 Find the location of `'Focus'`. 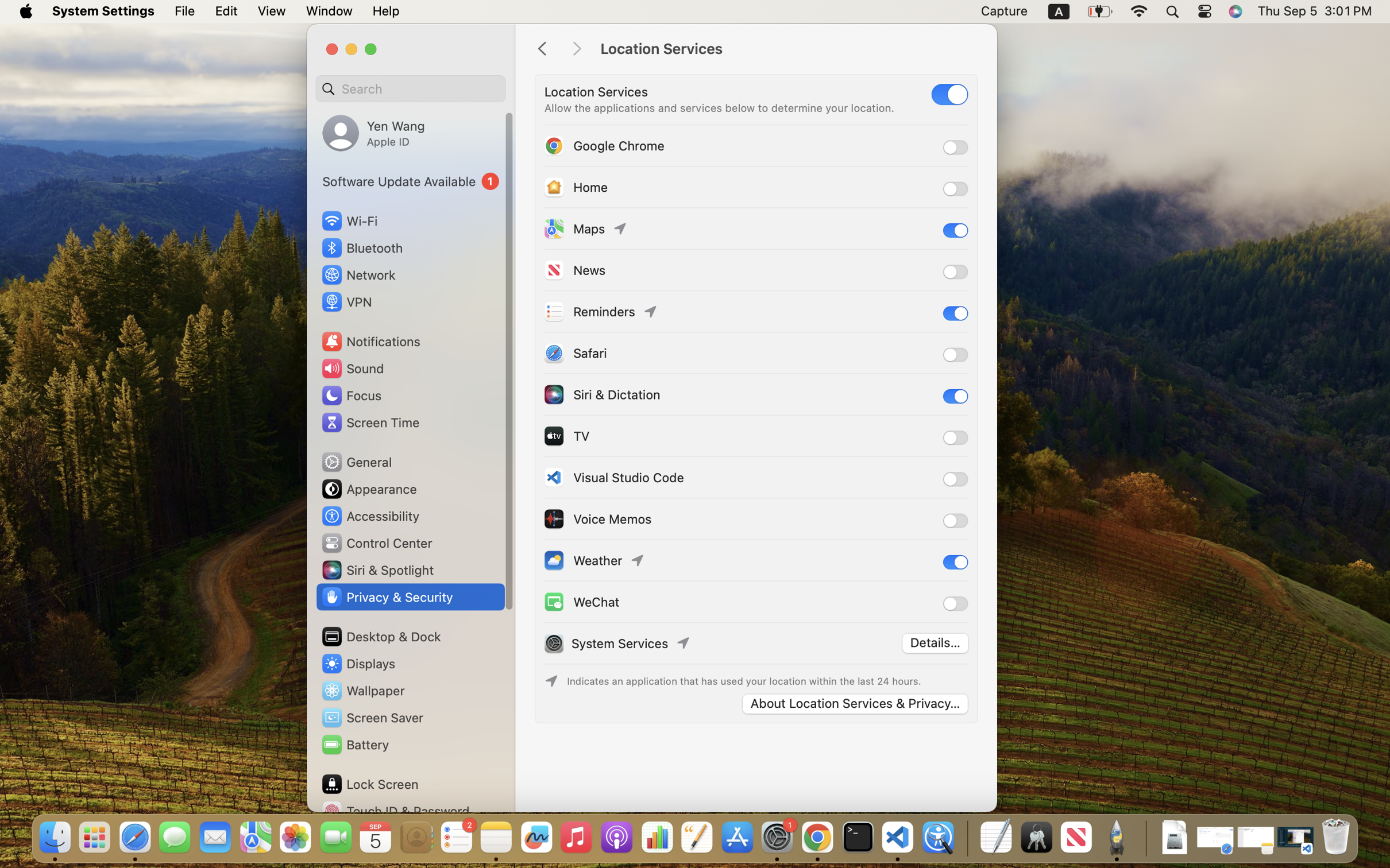

'Focus' is located at coordinates (350, 394).